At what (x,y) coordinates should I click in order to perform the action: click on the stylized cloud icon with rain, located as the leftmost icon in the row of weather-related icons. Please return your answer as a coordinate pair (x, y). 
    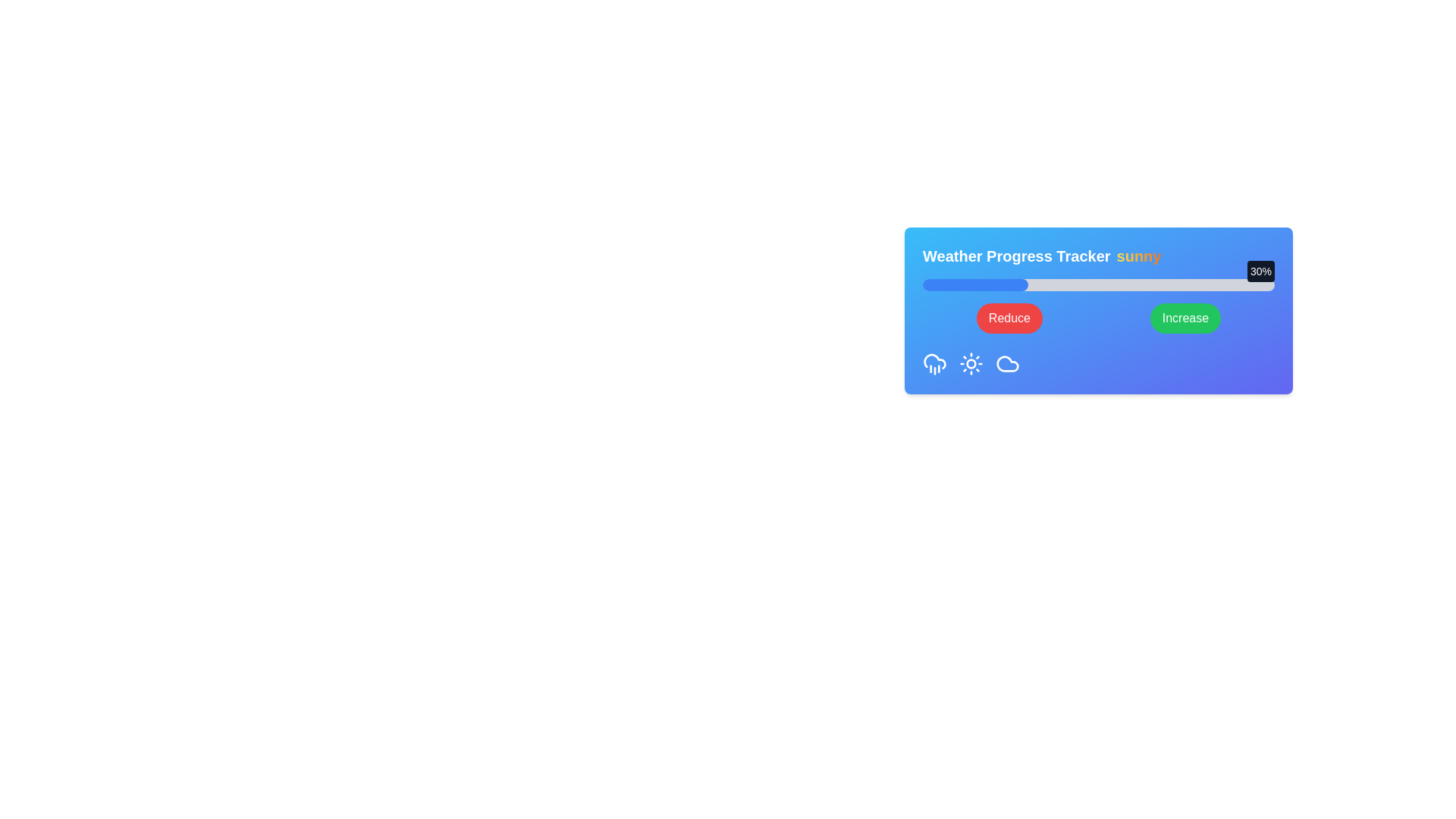
    Looking at the image, I should click on (934, 363).